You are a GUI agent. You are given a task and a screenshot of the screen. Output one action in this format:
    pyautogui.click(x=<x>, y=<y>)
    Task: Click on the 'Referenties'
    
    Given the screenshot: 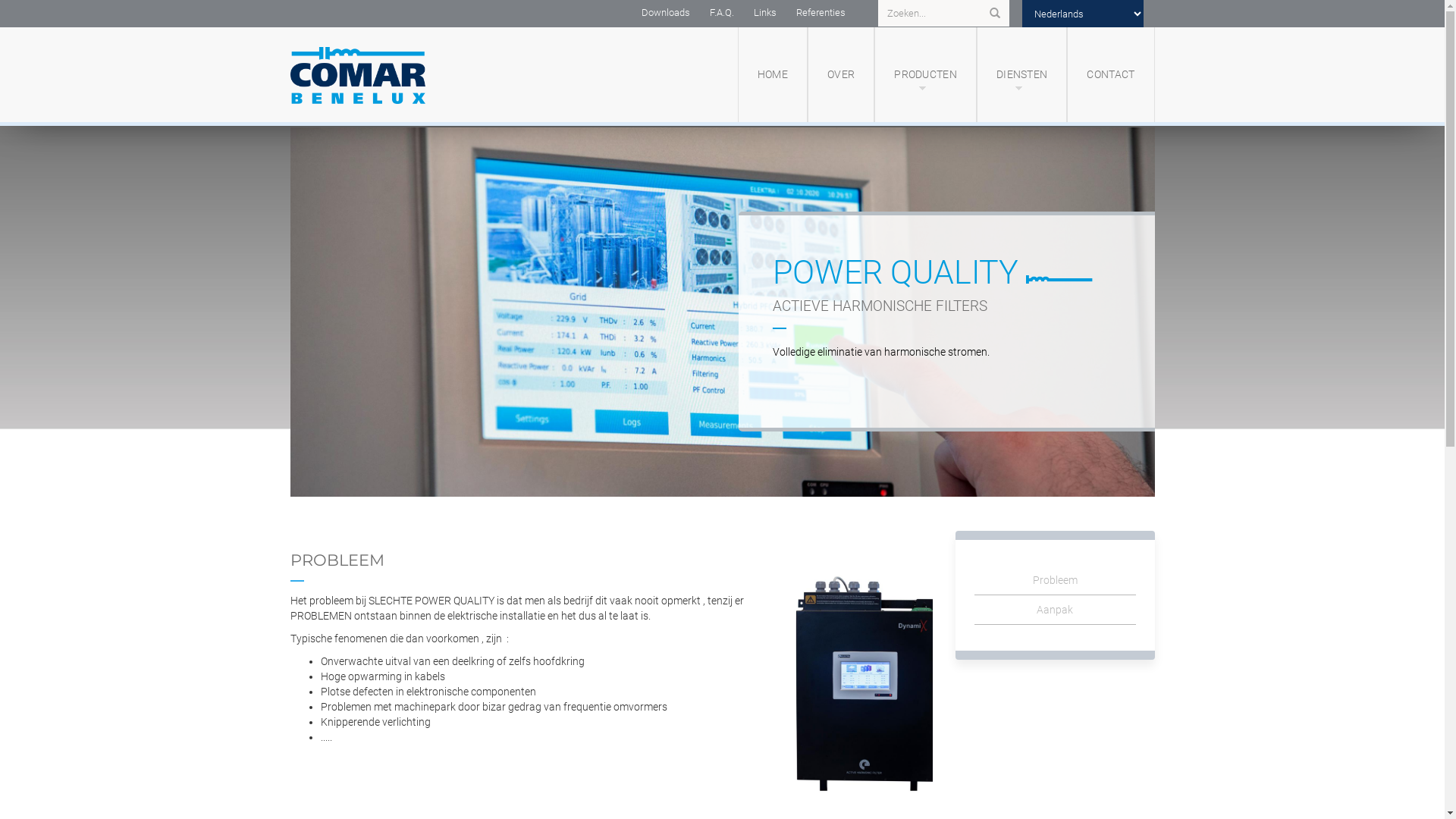 What is the action you would take?
    pyautogui.click(x=819, y=12)
    